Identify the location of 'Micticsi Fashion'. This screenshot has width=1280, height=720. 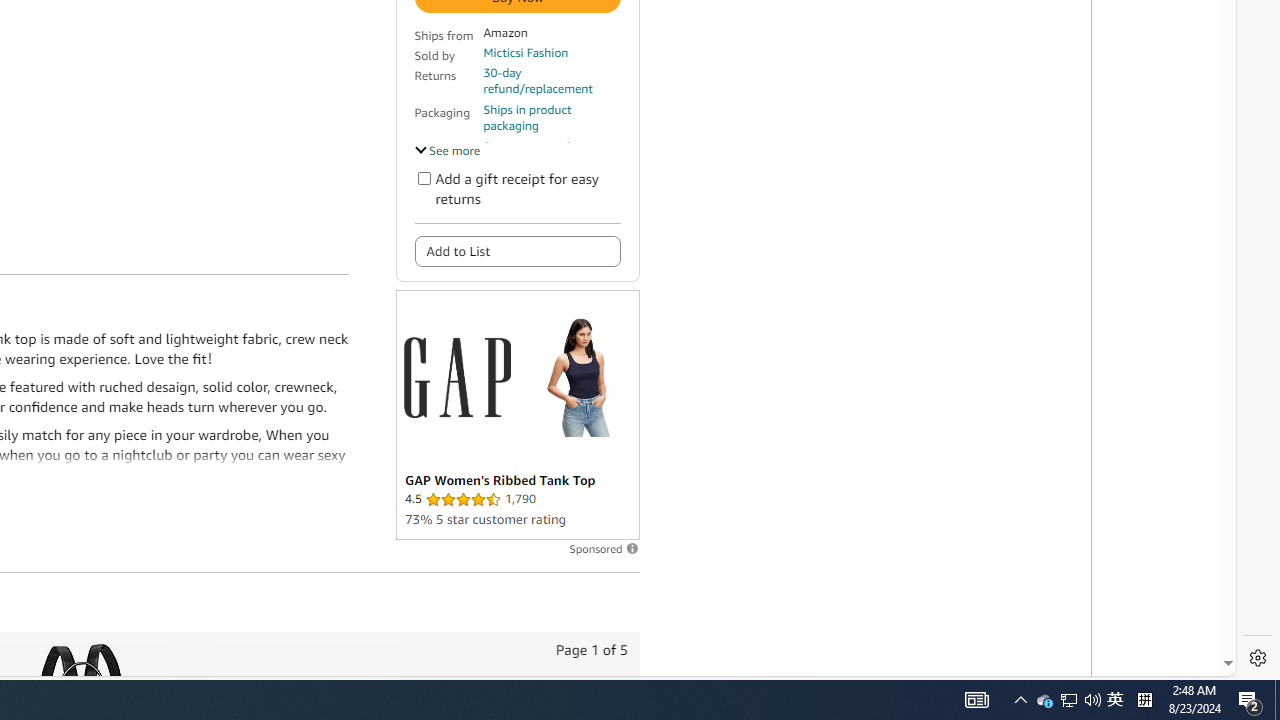
(526, 51).